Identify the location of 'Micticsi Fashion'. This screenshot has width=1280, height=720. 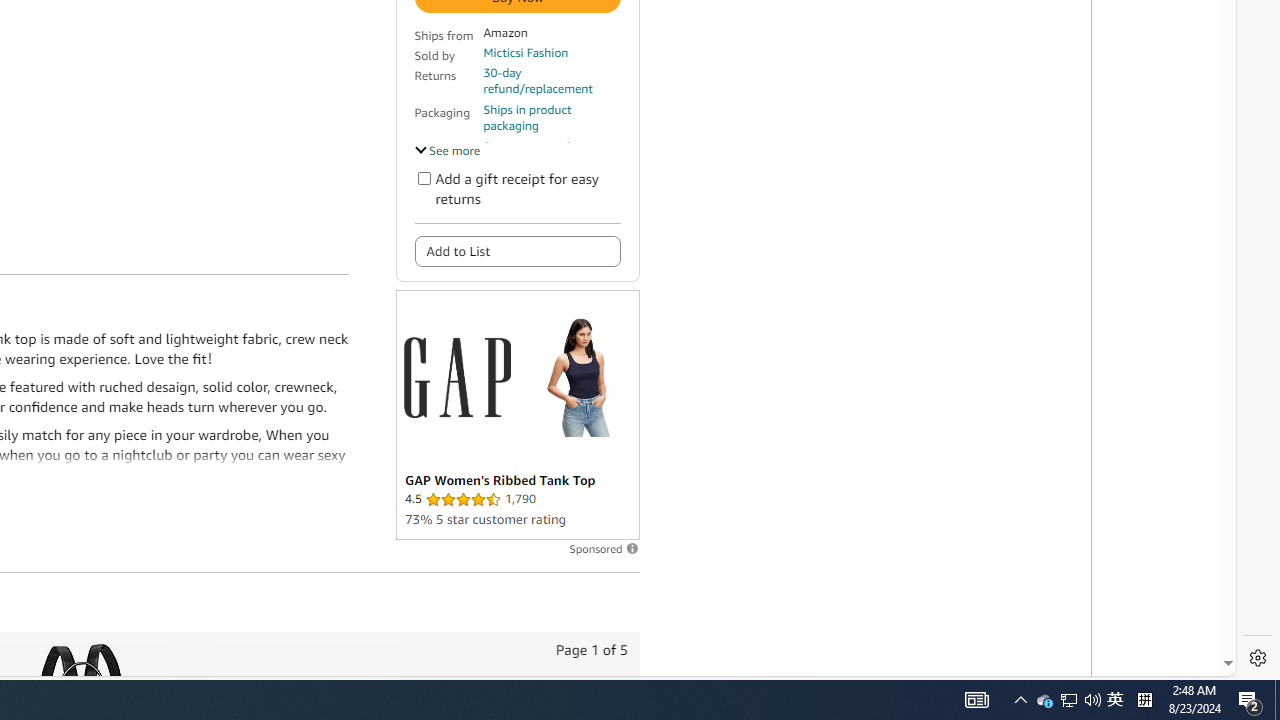
(526, 51).